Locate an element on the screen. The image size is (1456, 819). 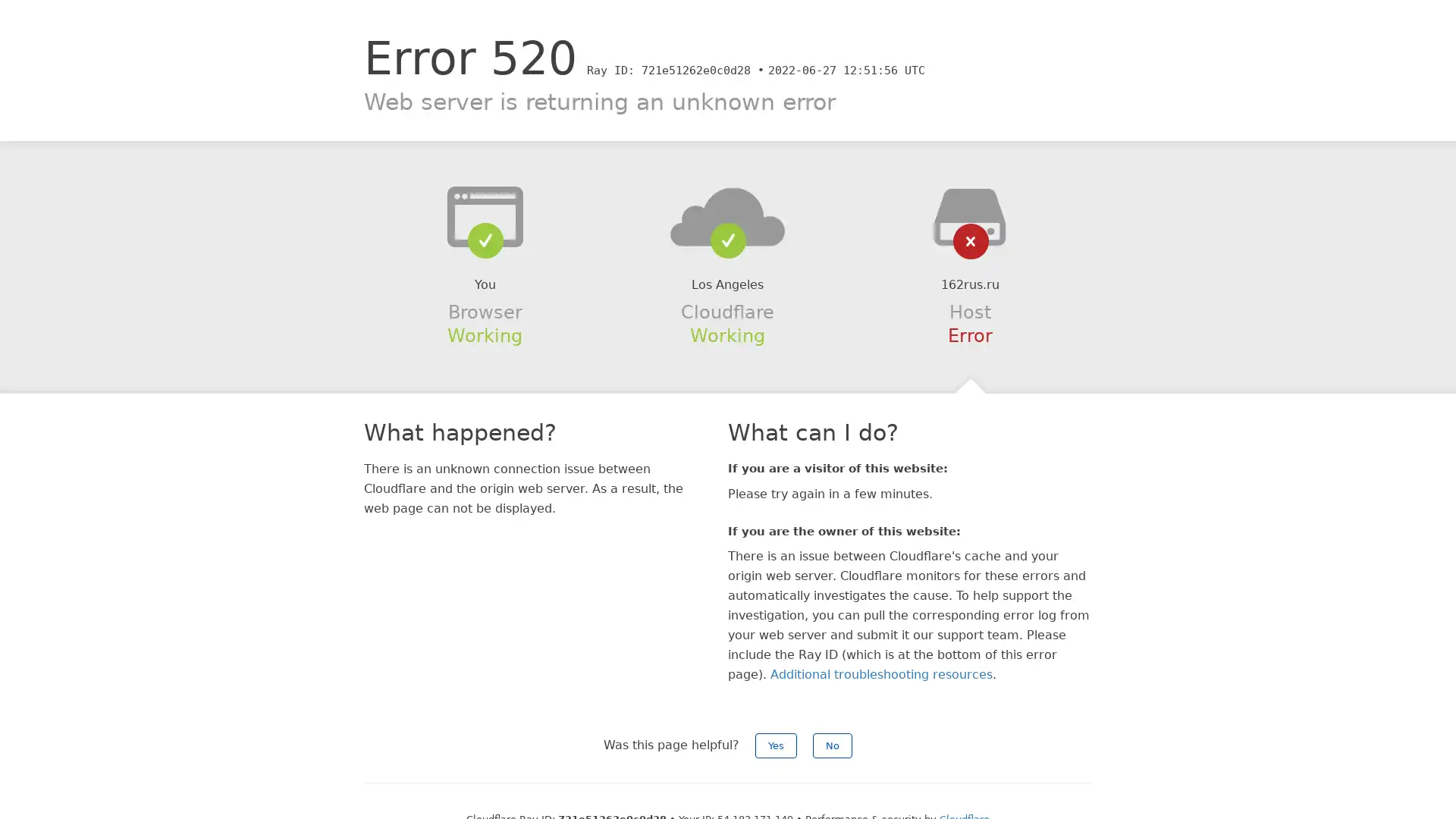
No is located at coordinates (832, 745).